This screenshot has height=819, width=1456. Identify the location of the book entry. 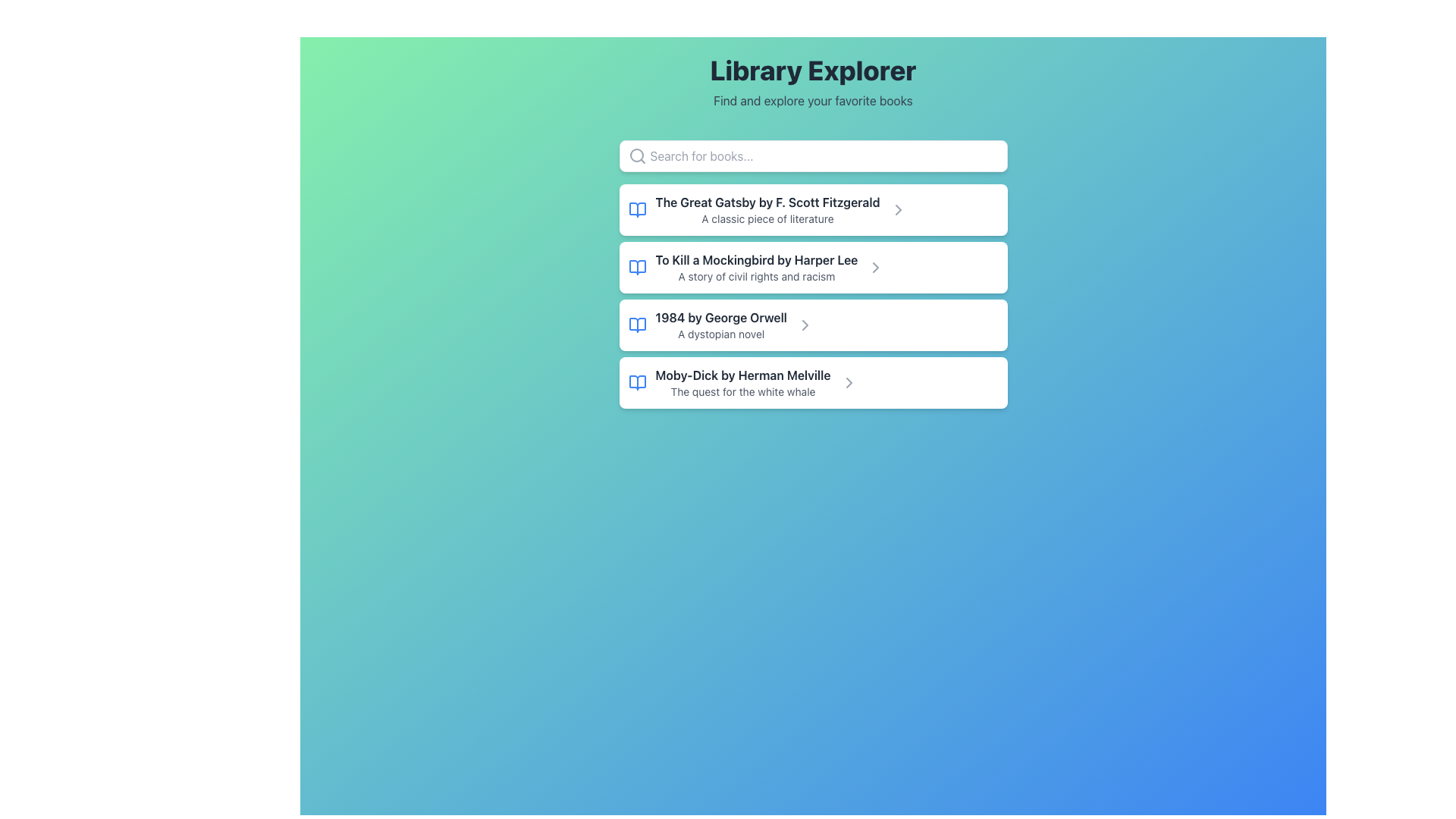
(720, 324).